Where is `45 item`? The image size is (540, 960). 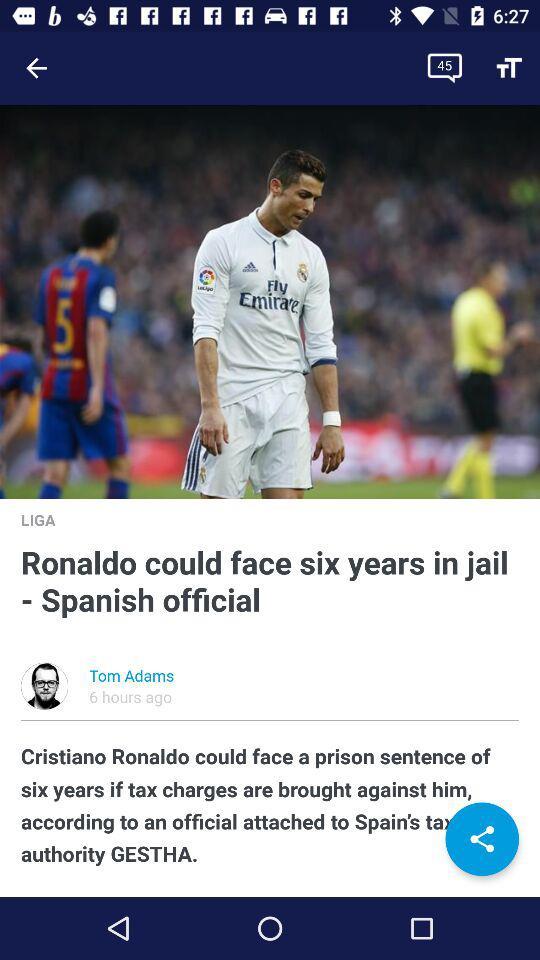
45 item is located at coordinates (444, 68).